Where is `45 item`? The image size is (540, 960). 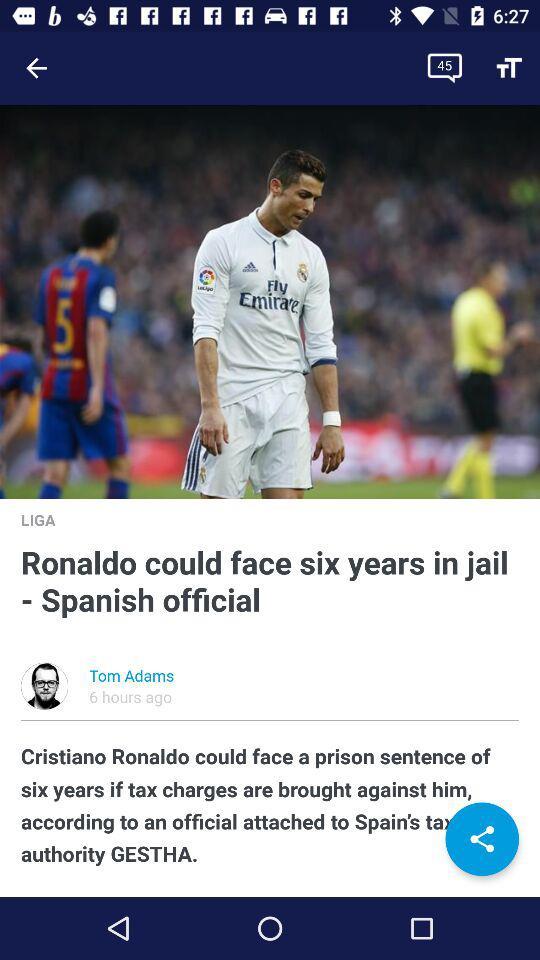
45 item is located at coordinates (444, 68).